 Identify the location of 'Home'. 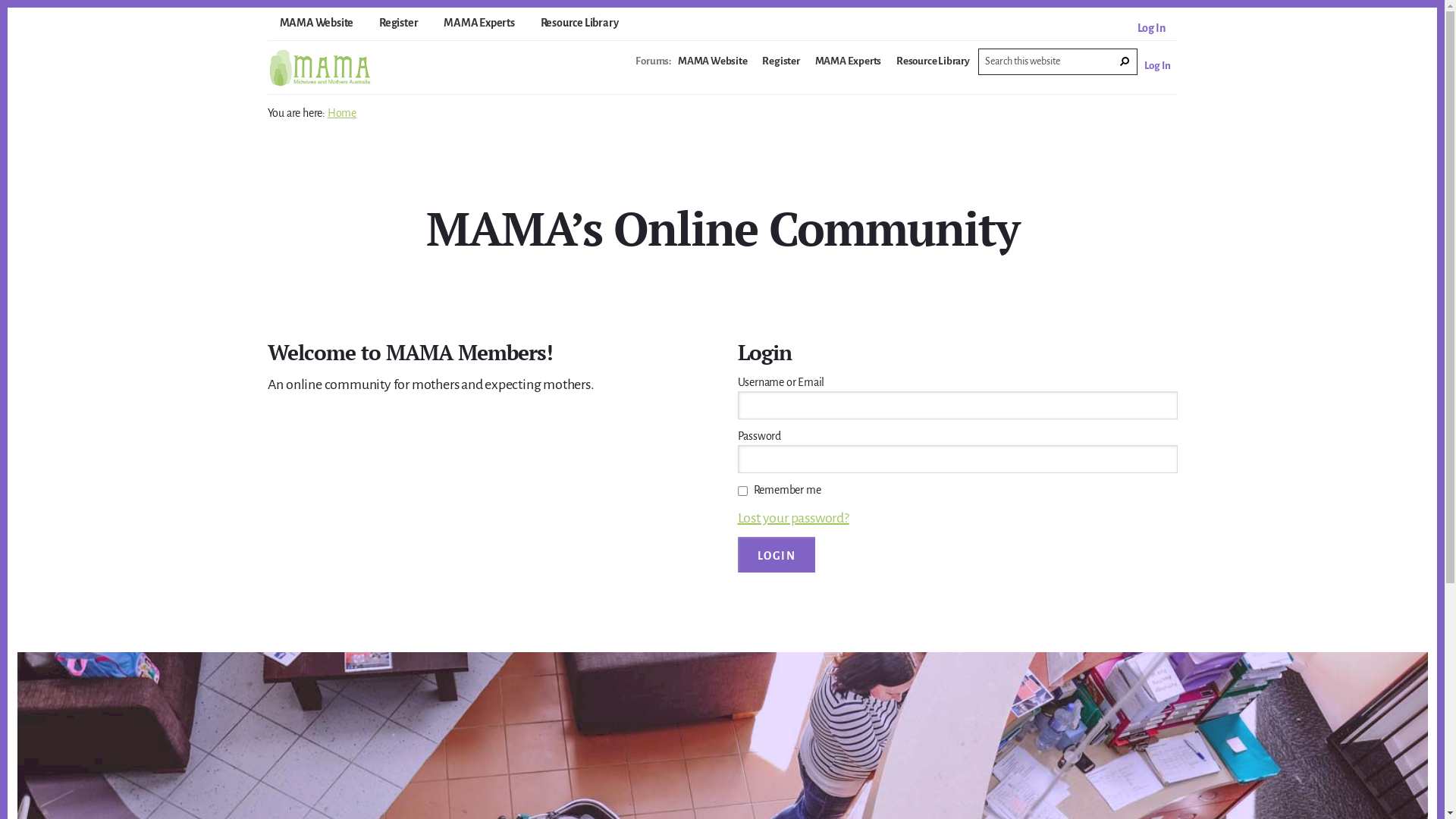
(341, 112).